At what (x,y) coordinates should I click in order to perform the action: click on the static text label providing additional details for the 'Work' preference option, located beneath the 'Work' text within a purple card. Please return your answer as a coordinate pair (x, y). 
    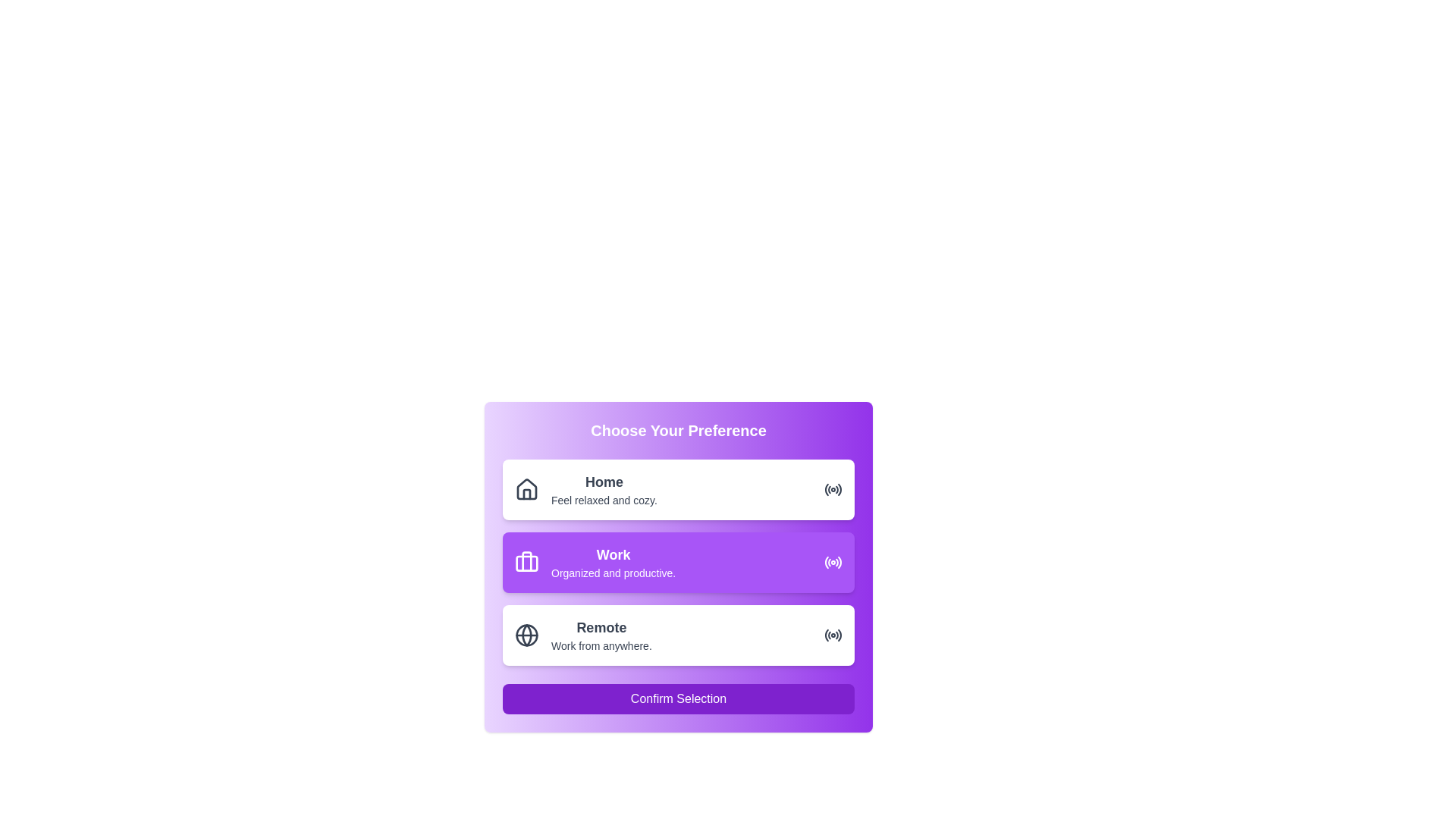
    Looking at the image, I should click on (613, 573).